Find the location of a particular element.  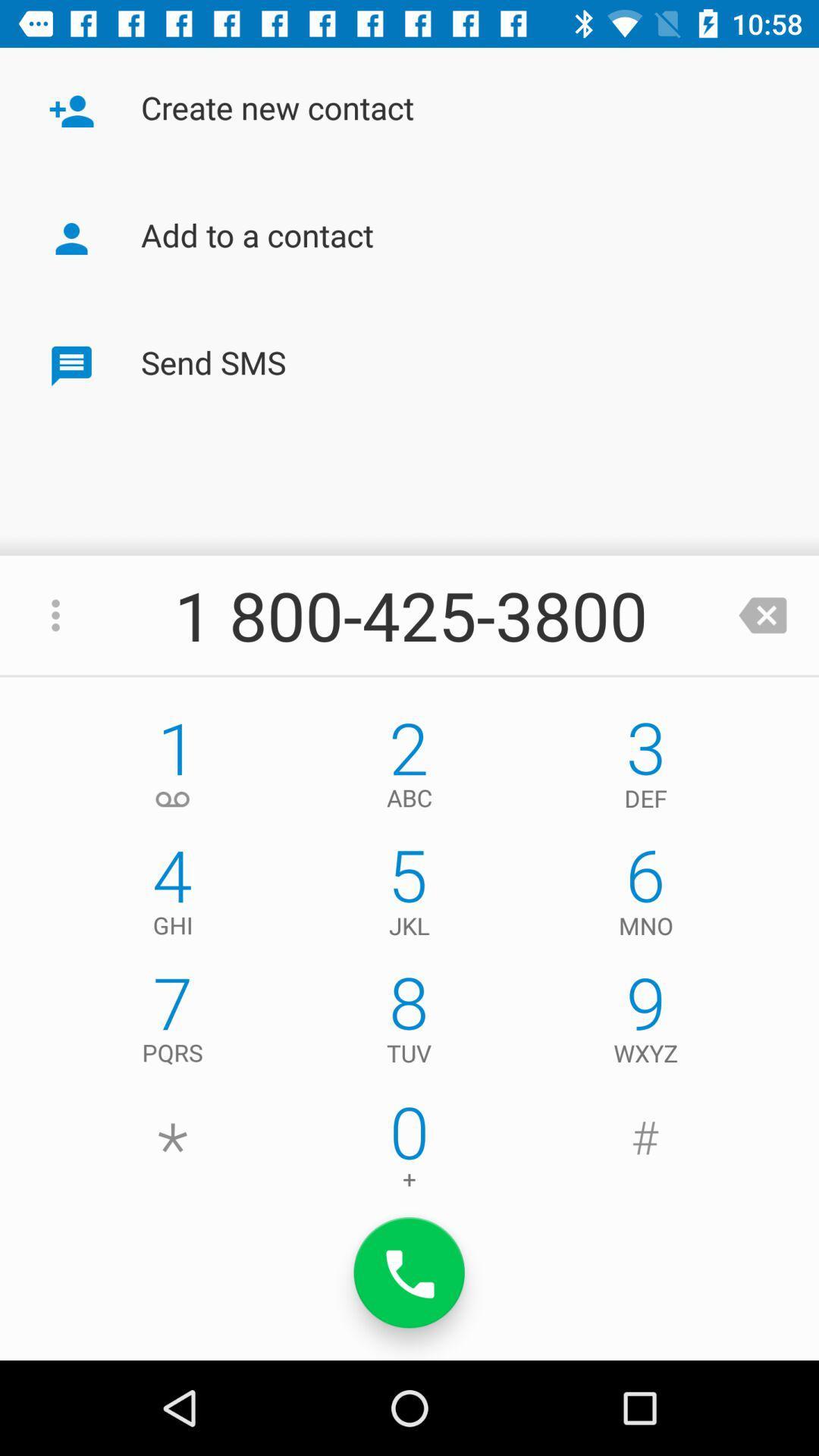

5 is located at coordinates (409, 896).